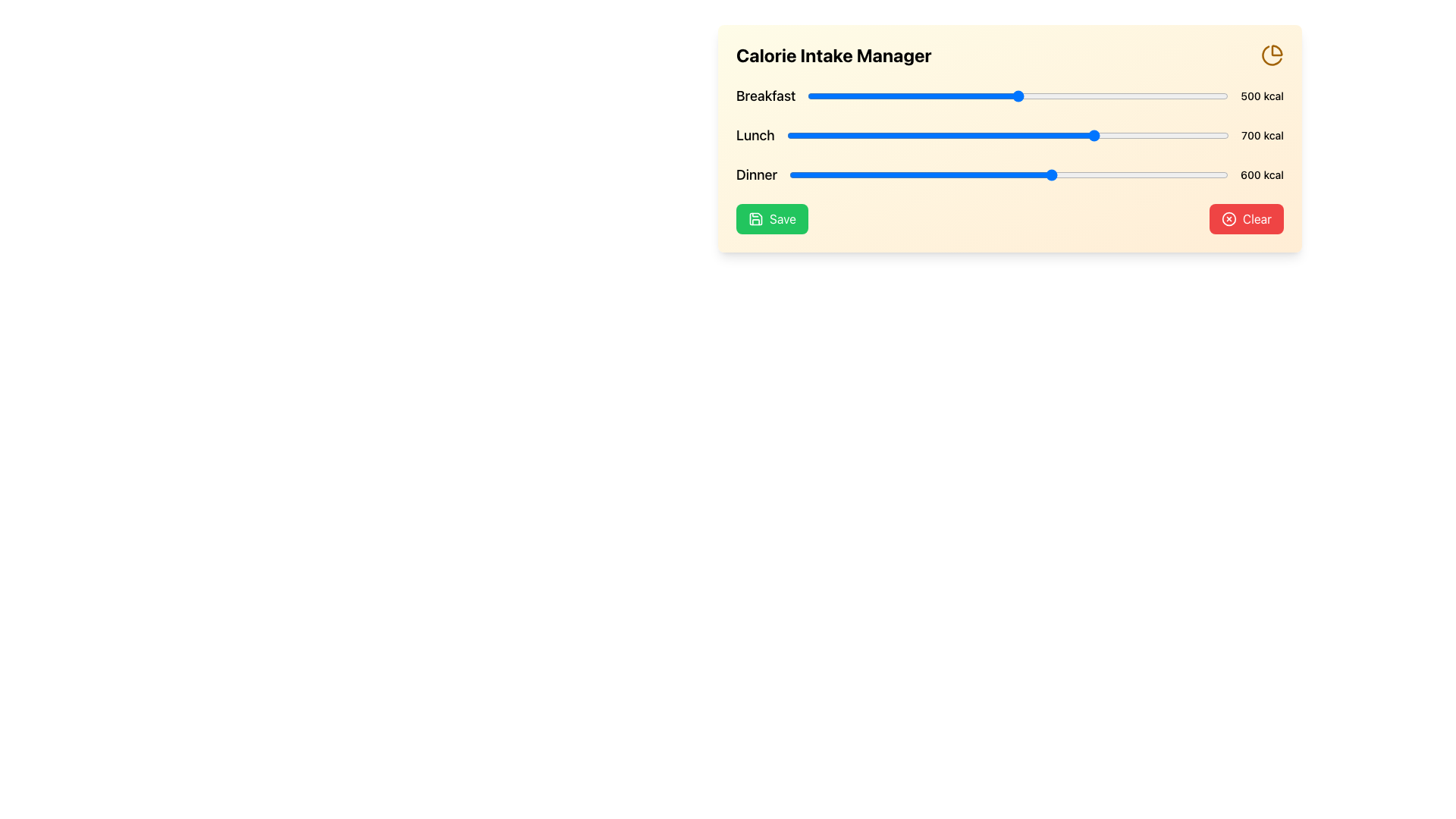 The width and height of the screenshot is (1456, 819). I want to click on the decorative pie chart segment icon located in the top right corner of the 'Calorie Intake Manager' interface, so click(1276, 49).